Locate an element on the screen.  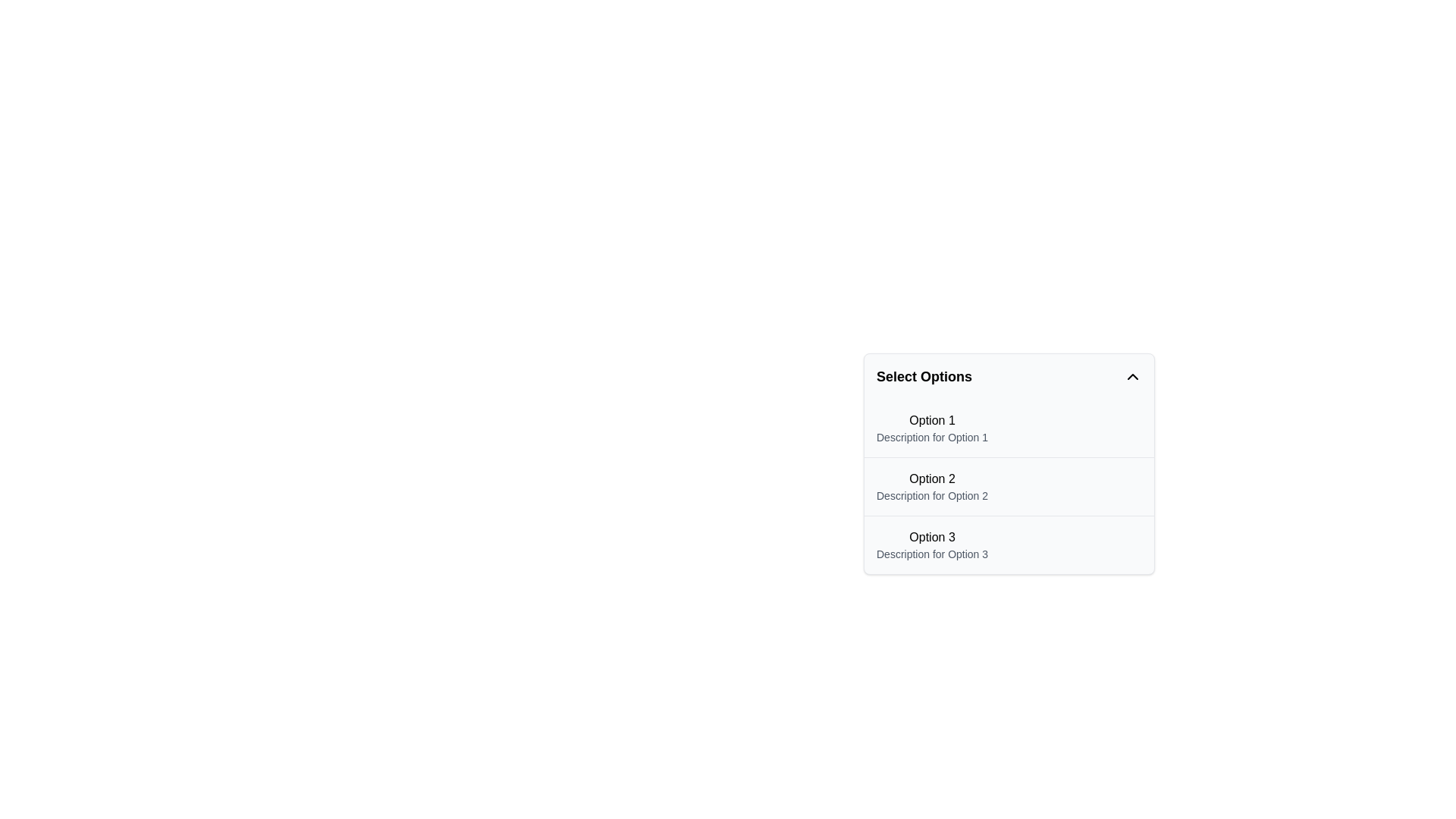
the static textual label that identifies the second option in the selectable options list under the 'Select Options' title is located at coordinates (931, 479).